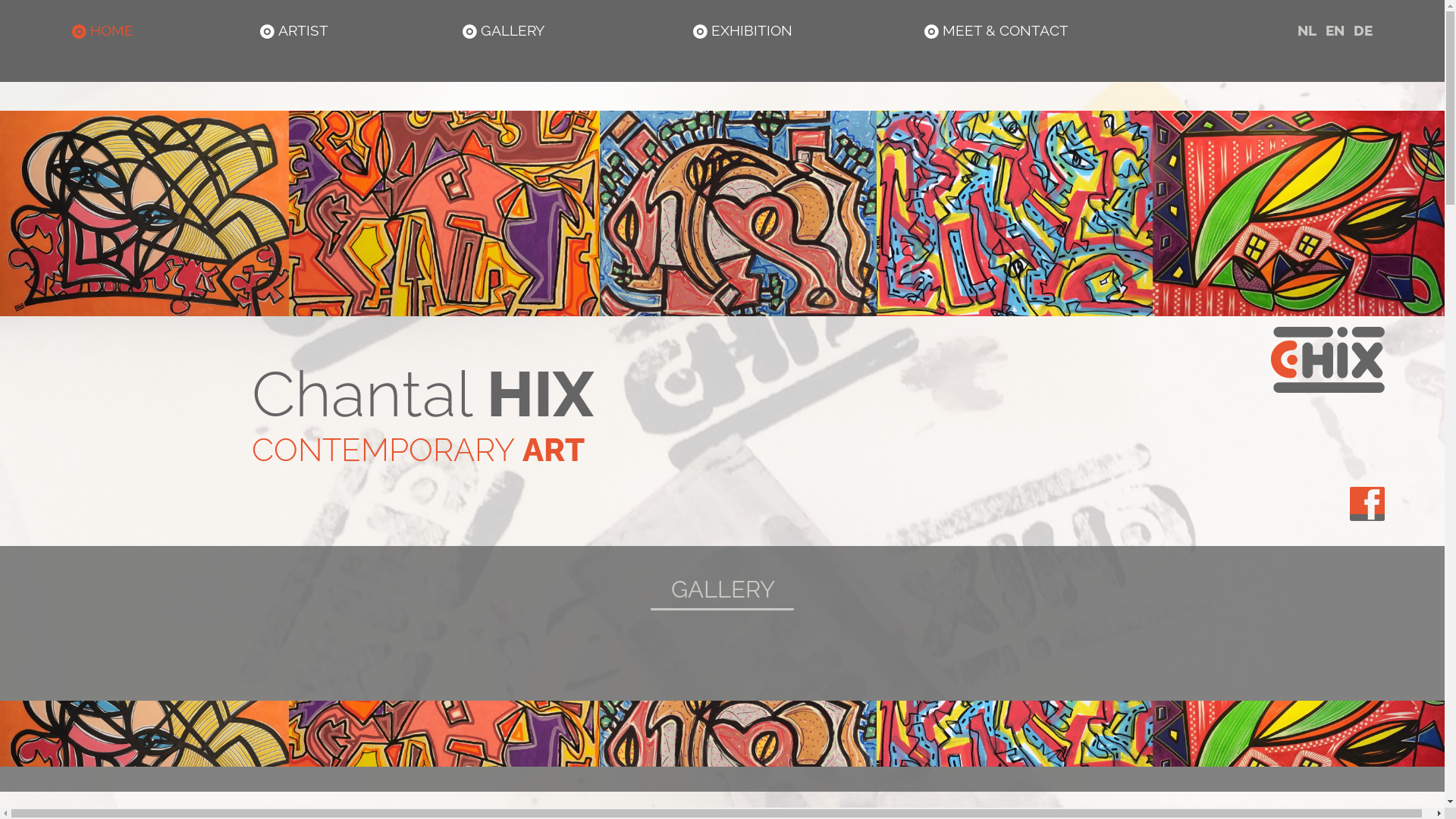  Describe the element at coordinates (294, 30) in the screenshot. I see `' ARTIST'` at that location.